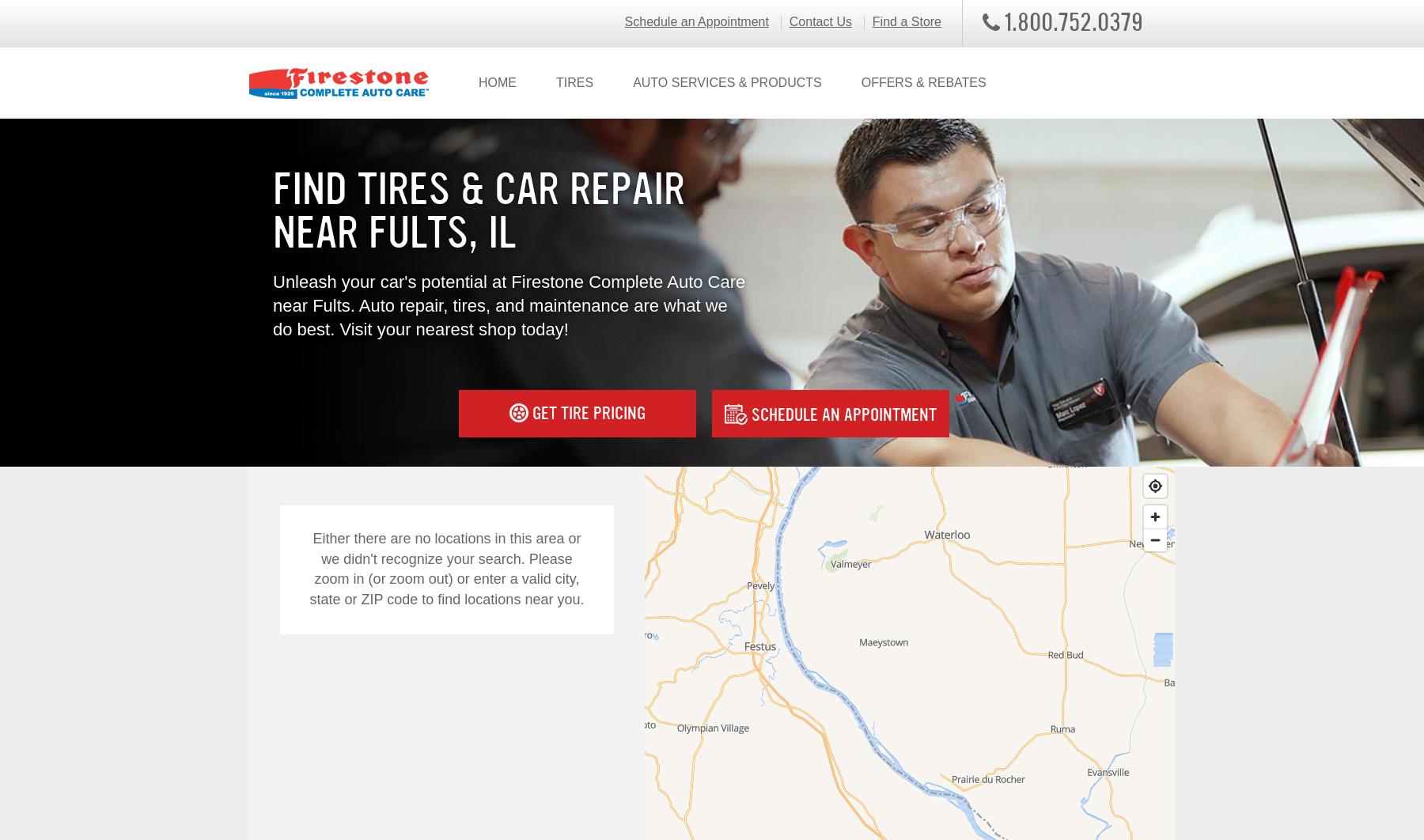 This screenshot has width=1424, height=840. What do you see at coordinates (478, 82) in the screenshot?
I see `'HOME'` at bounding box center [478, 82].